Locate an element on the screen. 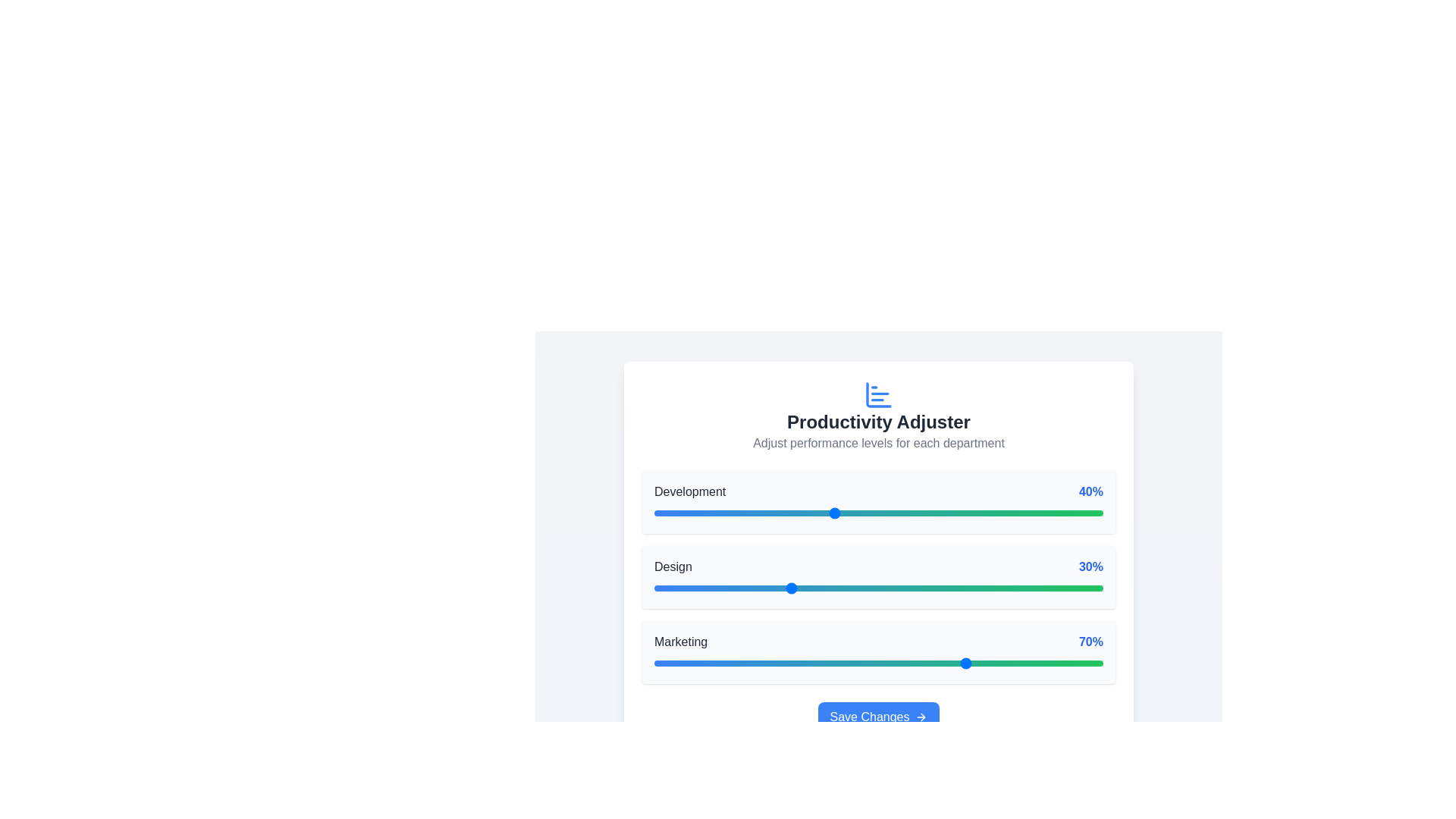 The image size is (1456, 819). the gray-colored text label reading 'Adjust performance levels for each department' is located at coordinates (878, 444).